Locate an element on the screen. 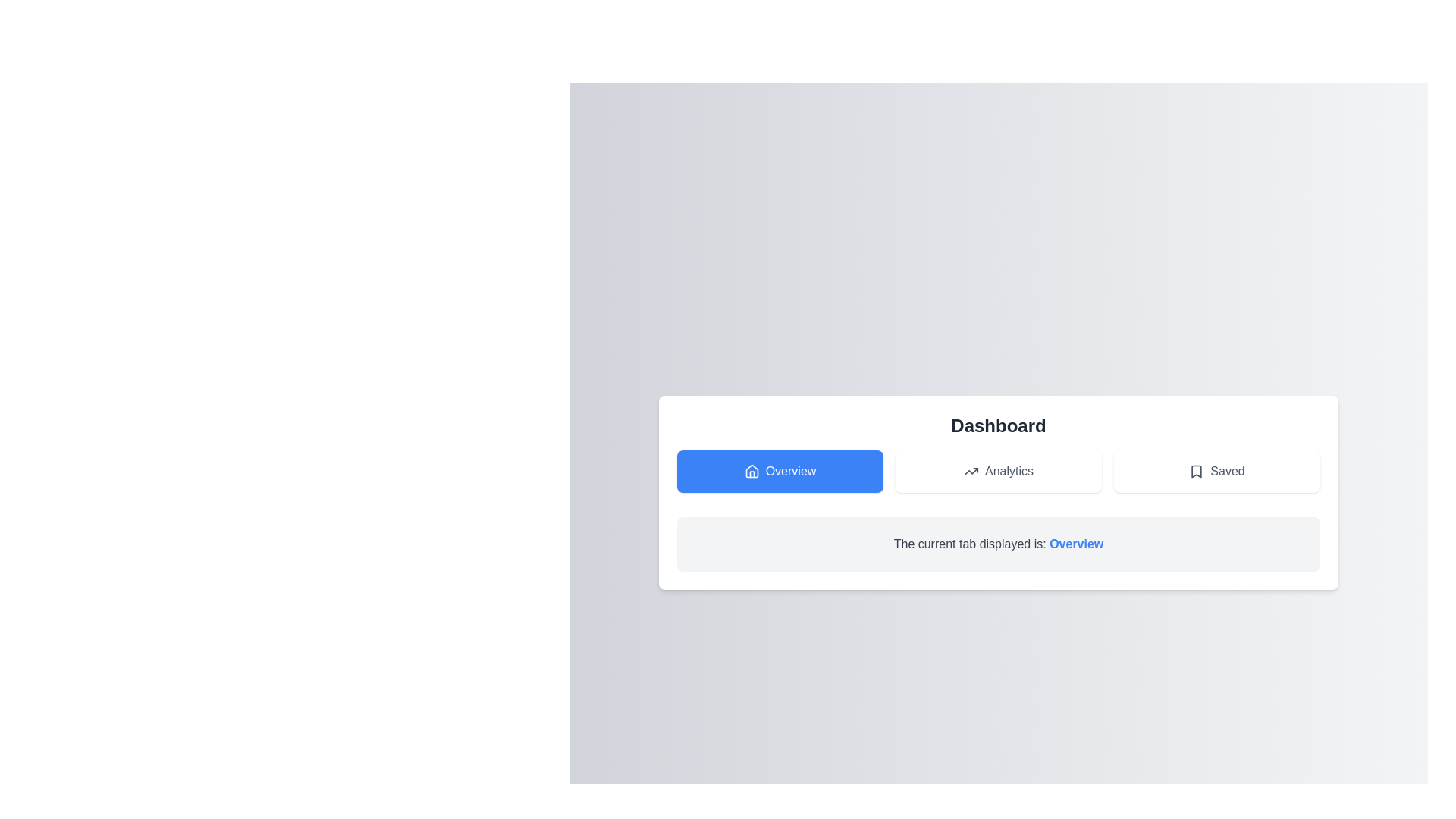 The width and height of the screenshot is (1456, 819). the 'Analytics' button which contains an upward trending graph icon, located centrally among the navigation buttons is located at coordinates (971, 470).